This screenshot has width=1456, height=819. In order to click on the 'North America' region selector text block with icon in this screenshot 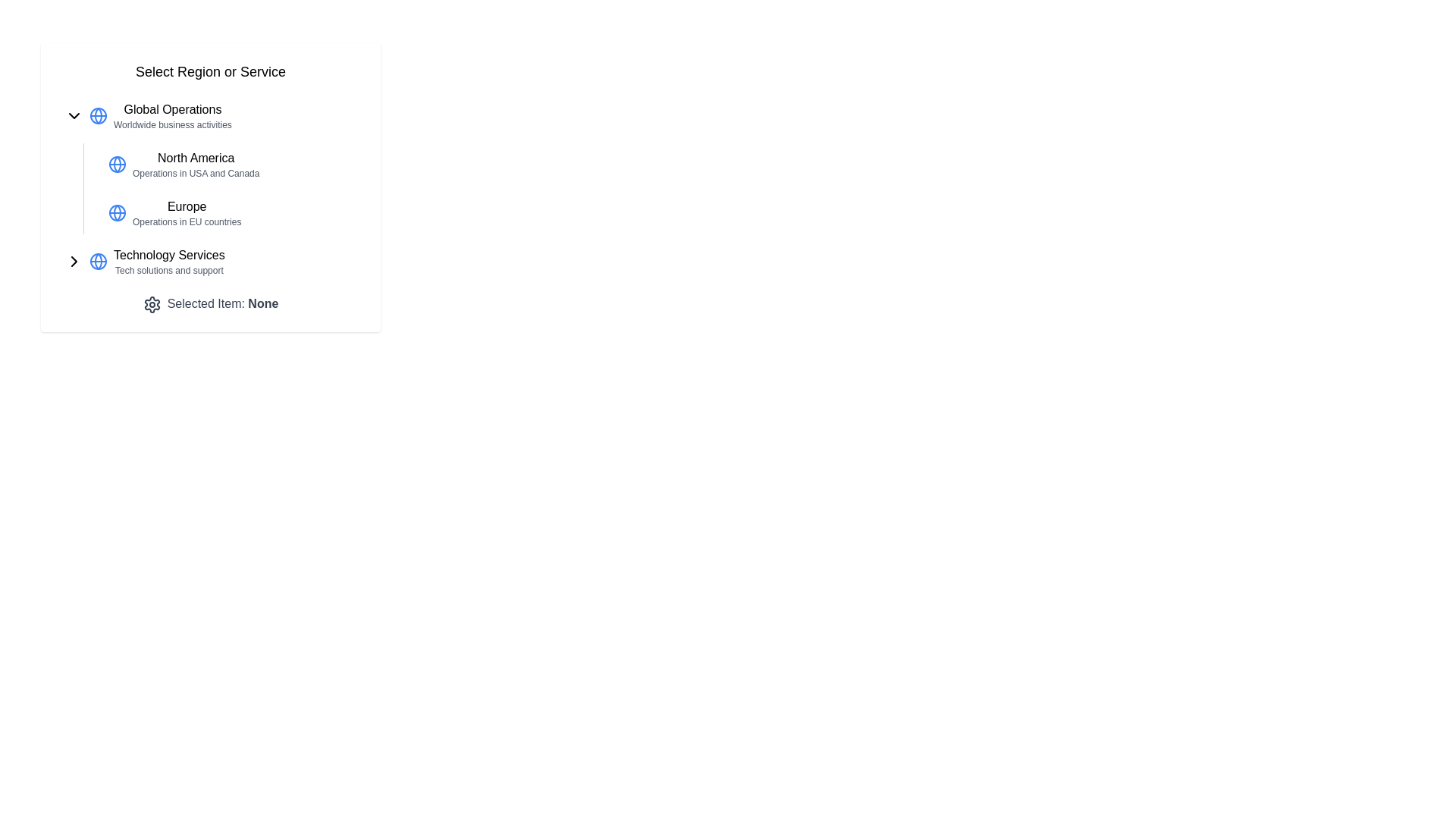, I will do `click(210, 164)`.